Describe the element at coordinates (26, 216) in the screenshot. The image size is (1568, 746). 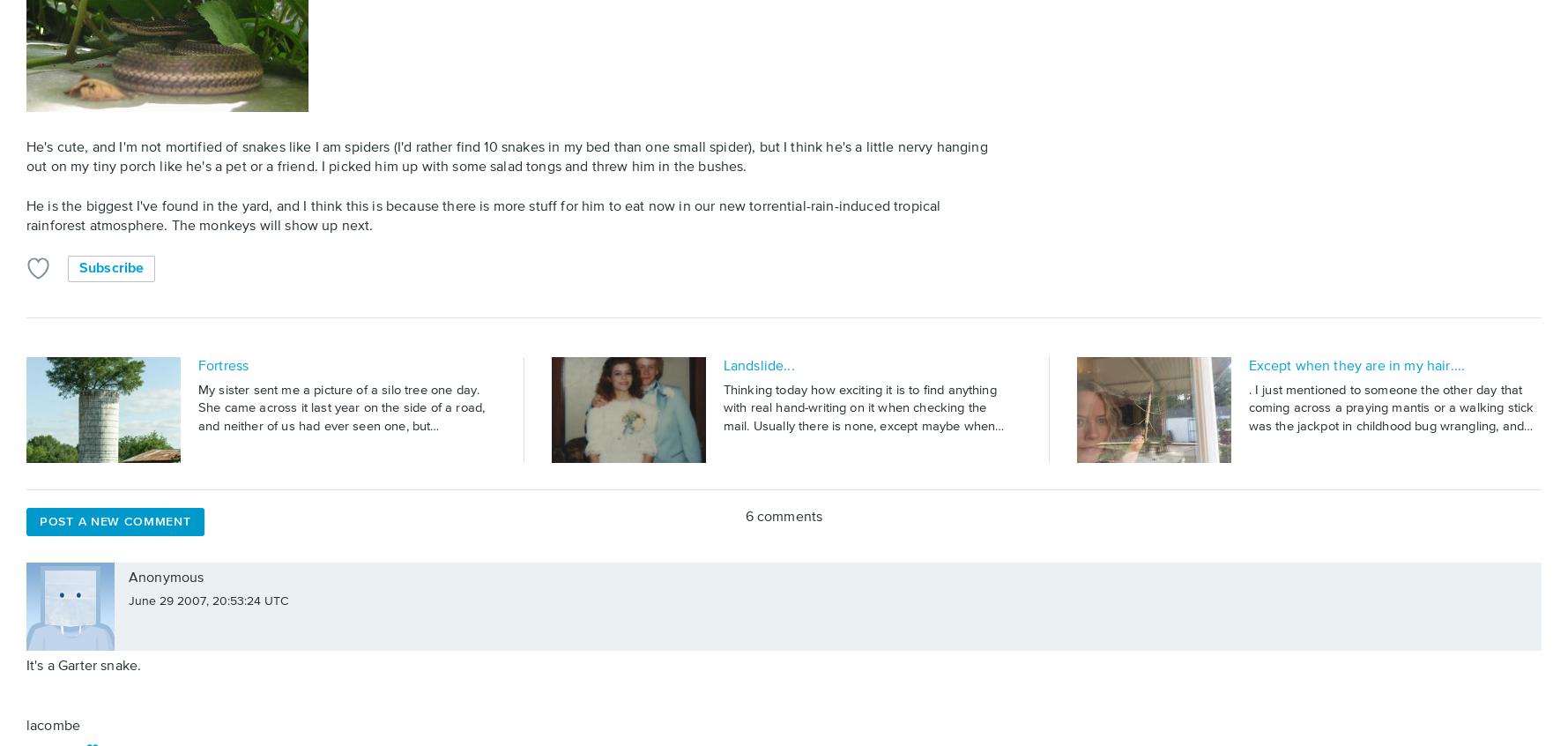
I see `'He is the biggest I've found in the yard, and I think this is because there is more stuff for him to eat now in our new torrential-rain-induced tropical rainforest atmosphere. The monkeys will show up next.'` at that location.